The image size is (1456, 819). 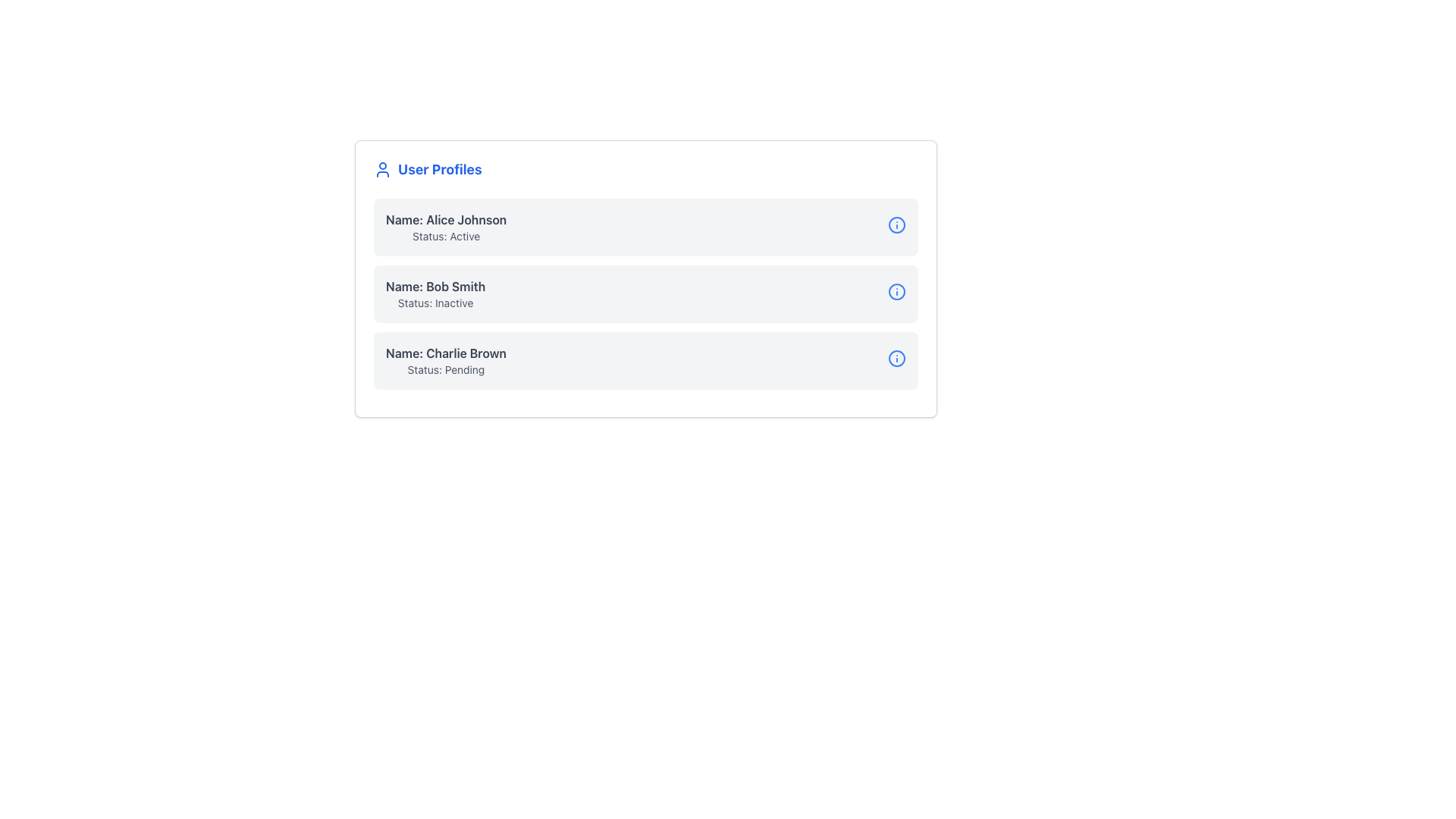 What do you see at coordinates (896, 360) in the screenshot?
I see `the Interactive Status Indicator located to the far right of the 'Name: Charlie Brown Status: Pending' entry in the user profiles list, which is the third item in the list` at bounding box center [896, 360].